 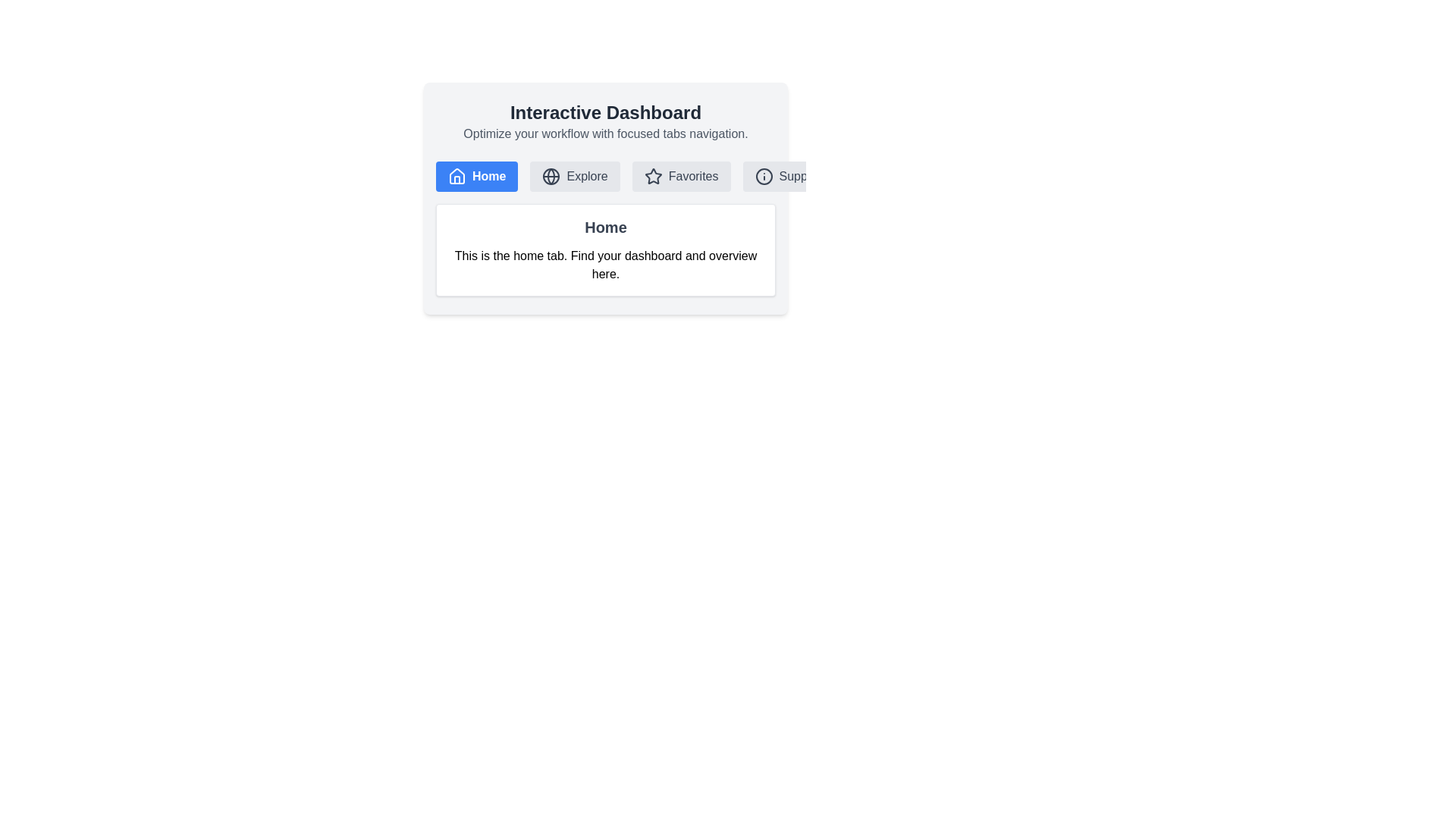 I want to click on the tab labeled Favorites to switch to it, so click(x=679, y=175).